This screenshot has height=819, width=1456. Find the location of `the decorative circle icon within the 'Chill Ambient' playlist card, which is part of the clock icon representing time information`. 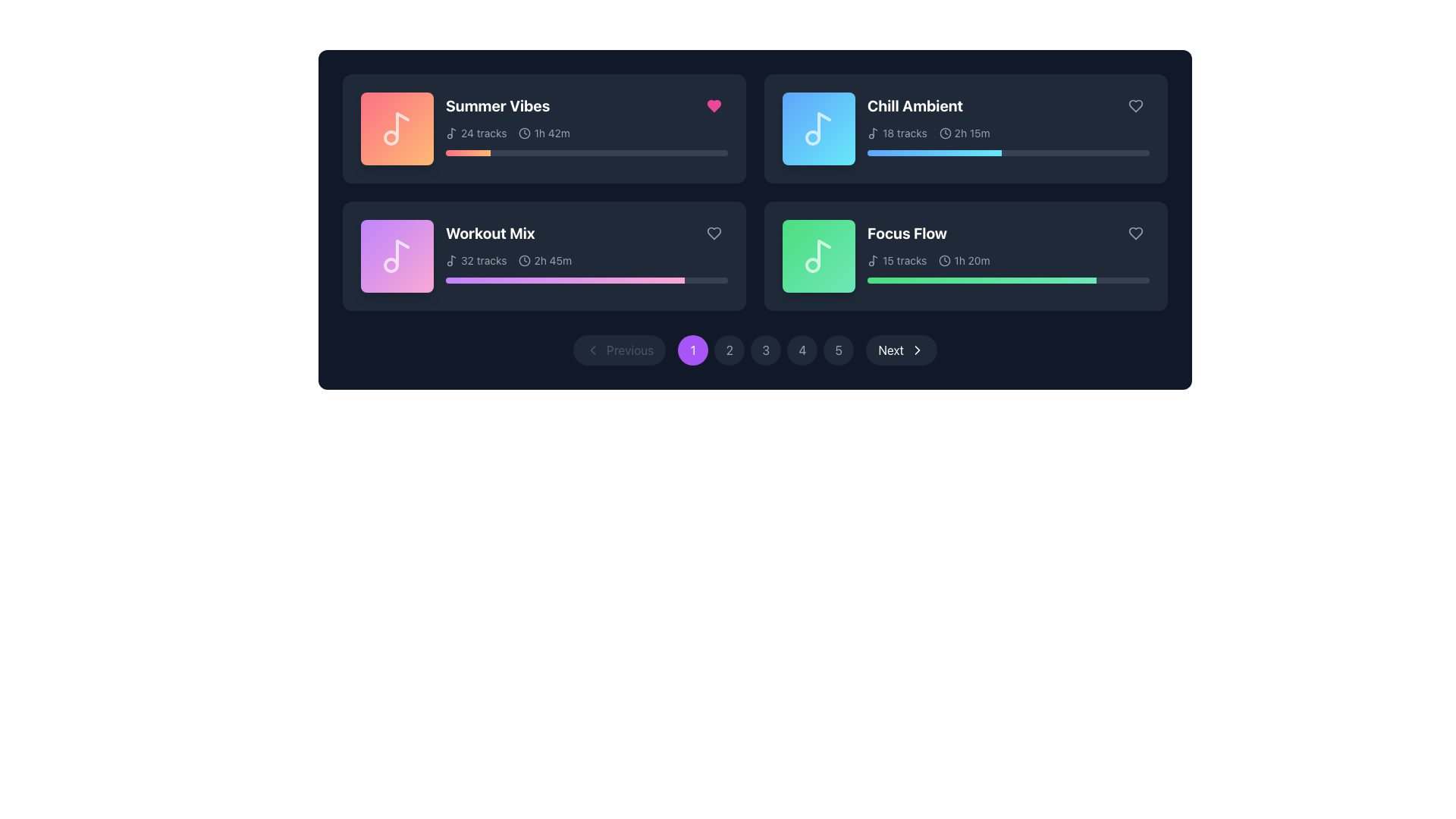

the decorative circle icon within the 'Chill Ambient' playlist card, which is part of the clock icon representing time information is located at coordinates (944, 133).